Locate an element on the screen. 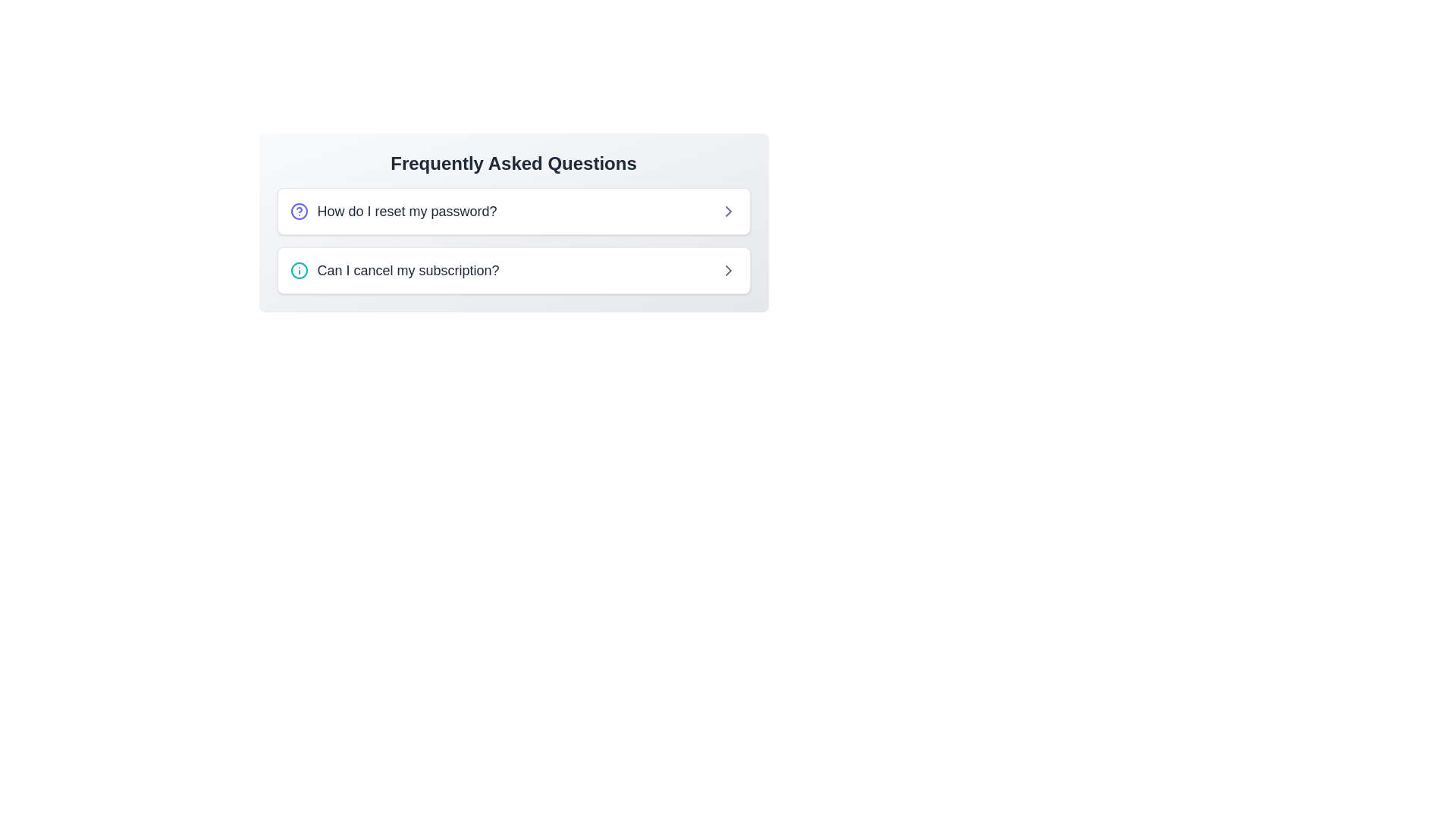 The height and width of the screenshot is (819, 1456). the second item in the FAQ list is located at coordinates (513, 270).